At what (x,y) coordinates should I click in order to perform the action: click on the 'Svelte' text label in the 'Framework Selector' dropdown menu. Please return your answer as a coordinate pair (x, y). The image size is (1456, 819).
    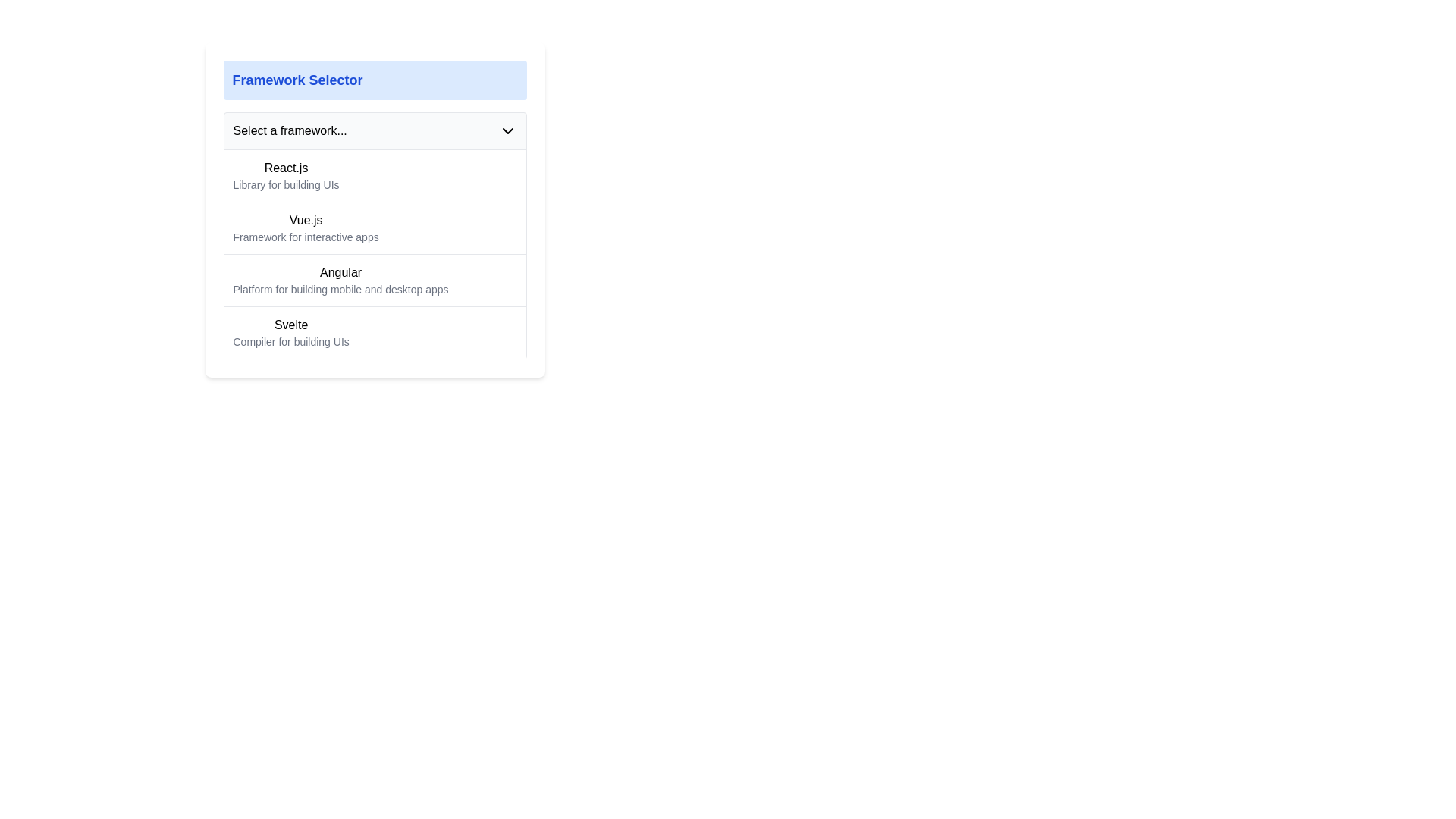
    Looking at the image, I should click on (291, 324).